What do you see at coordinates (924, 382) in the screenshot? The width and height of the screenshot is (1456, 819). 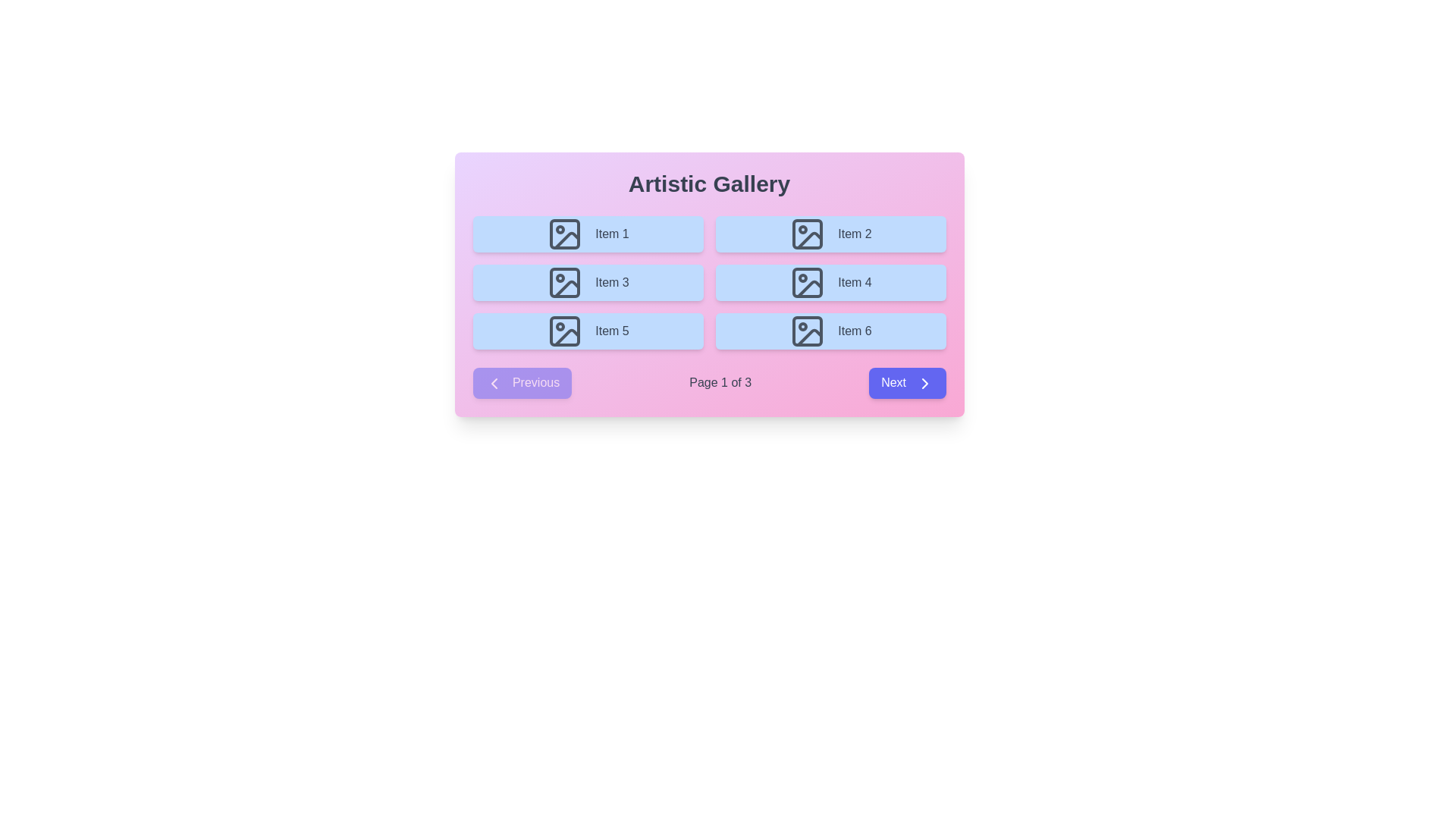 I see `the directional indicator icon within the 'Next' button at the bottom right of the interface` at bounding box center [924, 382].